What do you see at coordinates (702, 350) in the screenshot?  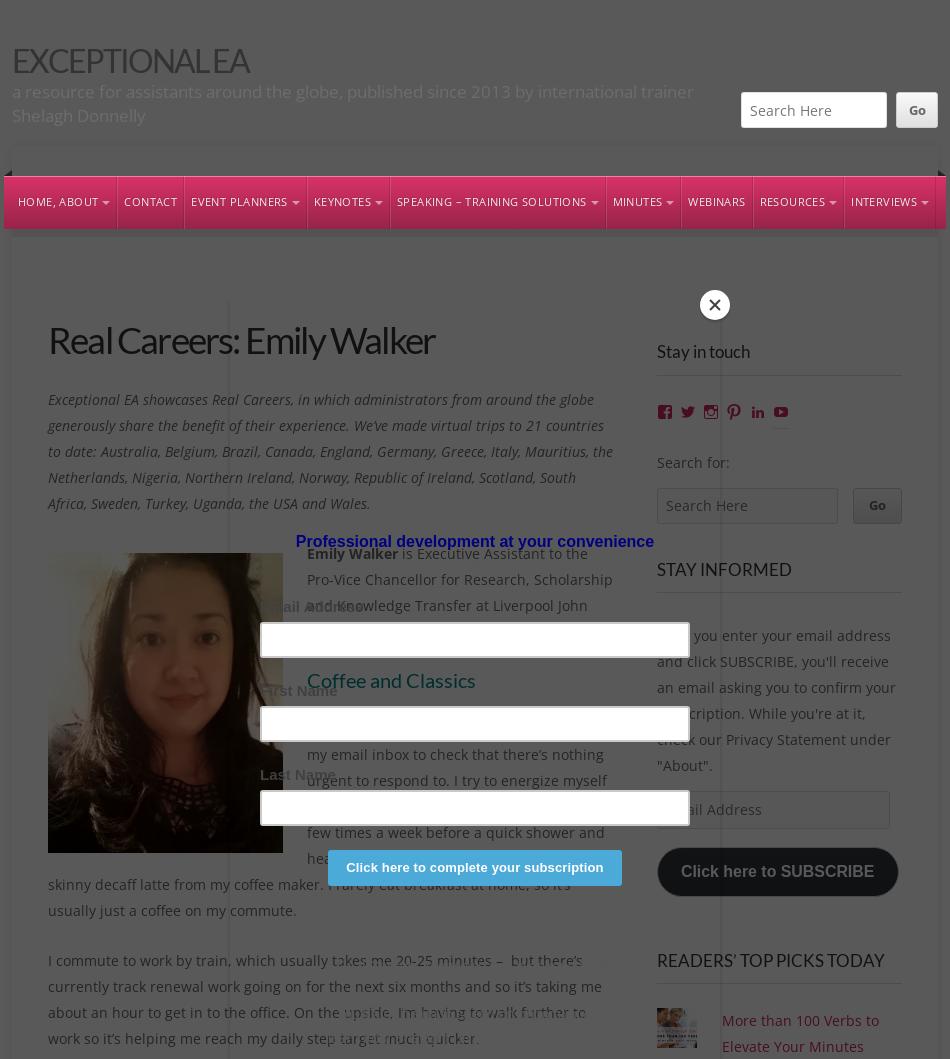 I see `'Stay in touch'` at bounding box center [702, 350].